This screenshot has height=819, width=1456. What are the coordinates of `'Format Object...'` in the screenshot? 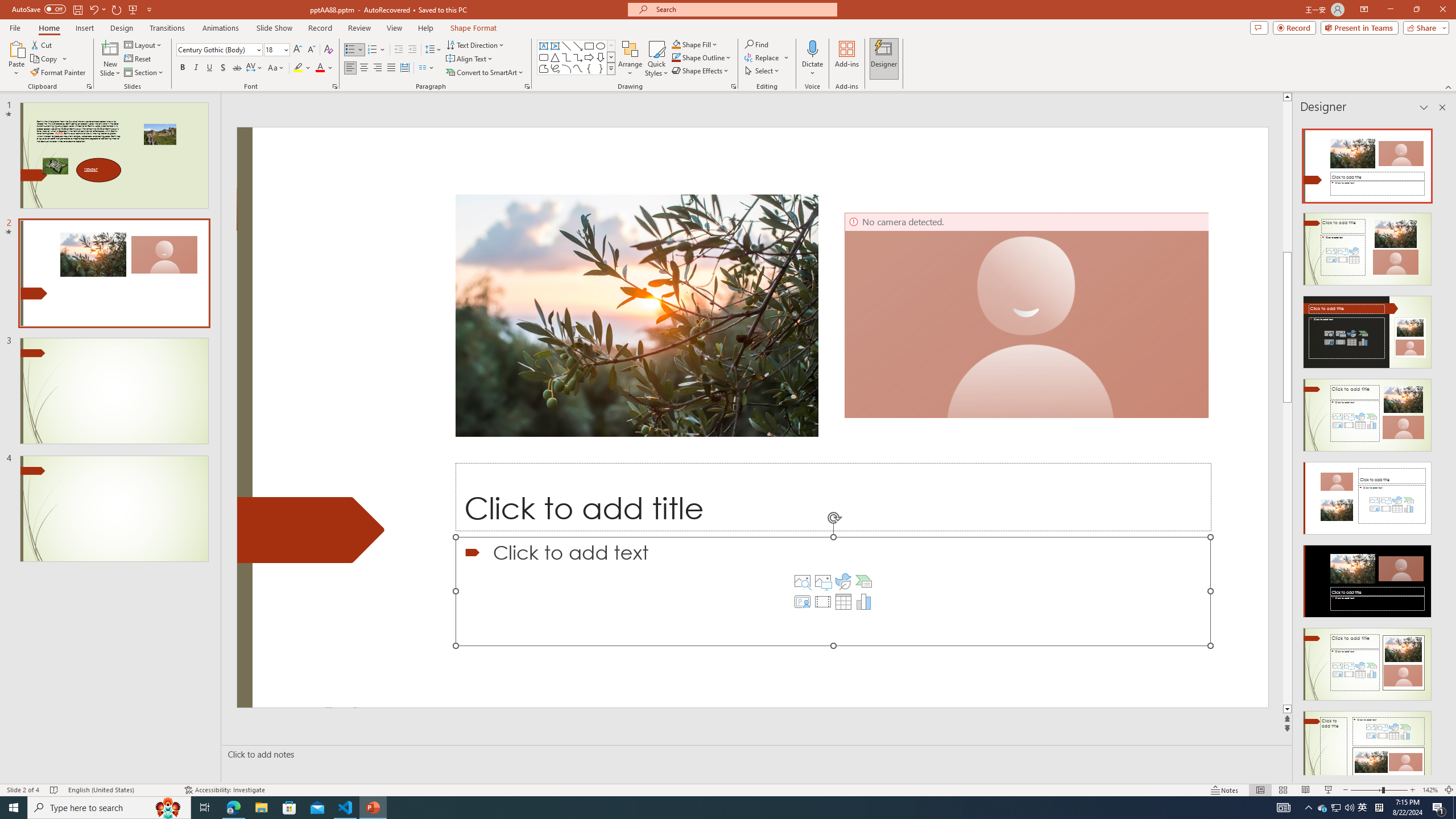 It's located at (733, 85).